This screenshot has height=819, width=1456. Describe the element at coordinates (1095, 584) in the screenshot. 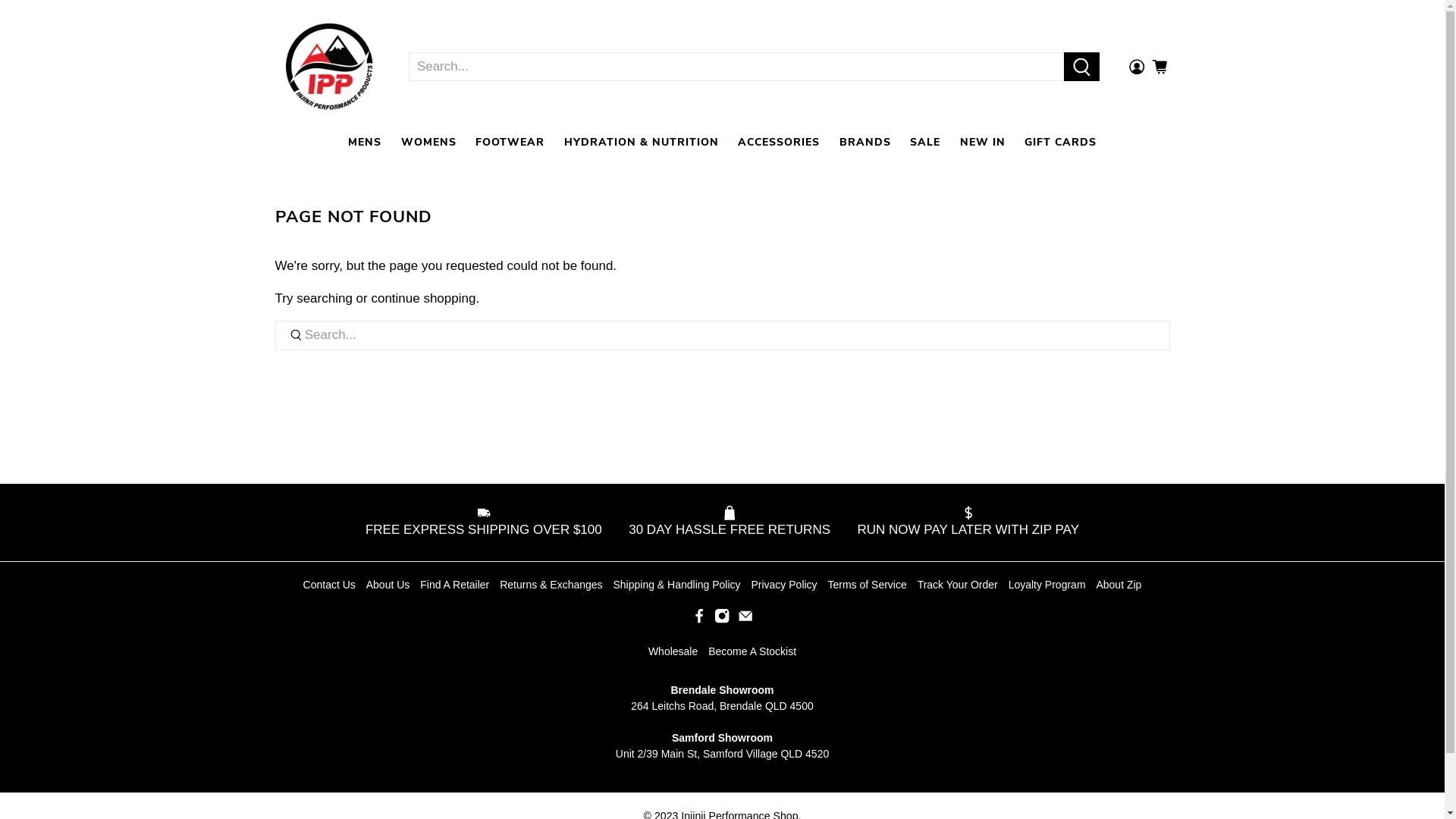

I see `'About Zip'` at that location.